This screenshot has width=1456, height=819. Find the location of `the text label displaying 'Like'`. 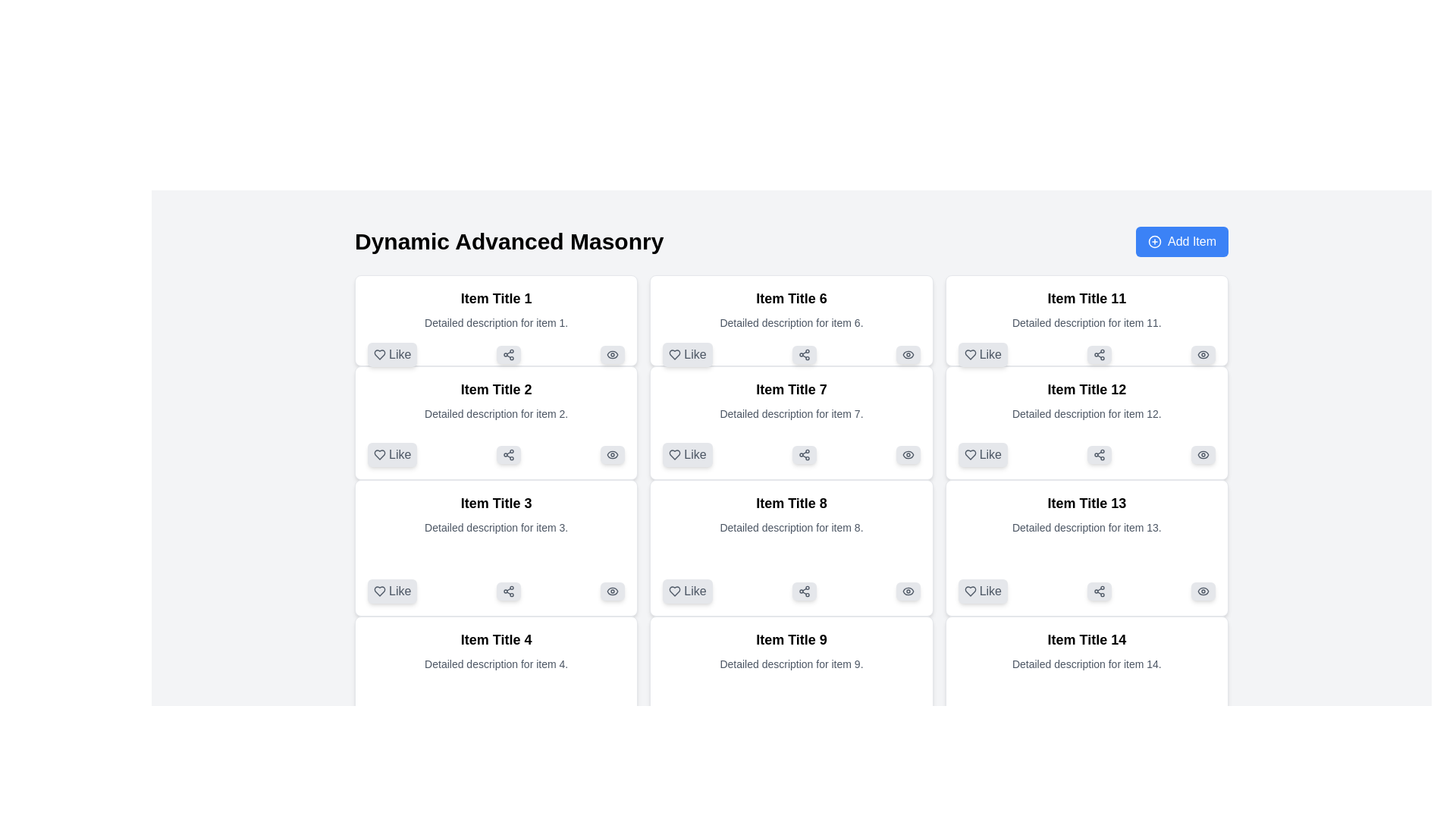

the text label displaying 'Like' is located at coordinates (990, 454).